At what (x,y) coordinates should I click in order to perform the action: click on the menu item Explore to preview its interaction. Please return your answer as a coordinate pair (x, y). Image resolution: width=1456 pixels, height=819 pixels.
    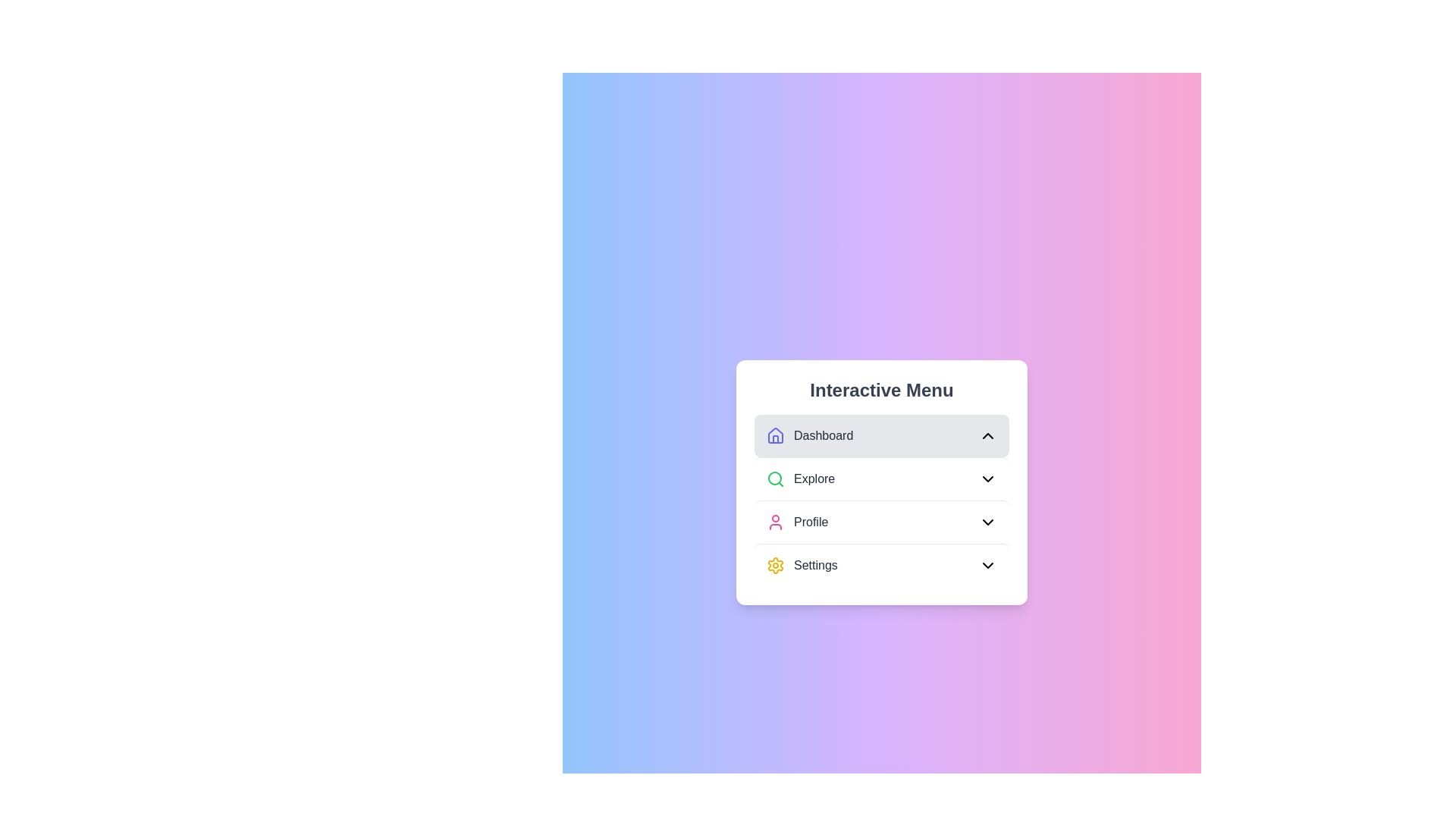
    Looking at the image, I should click on (881, 479).